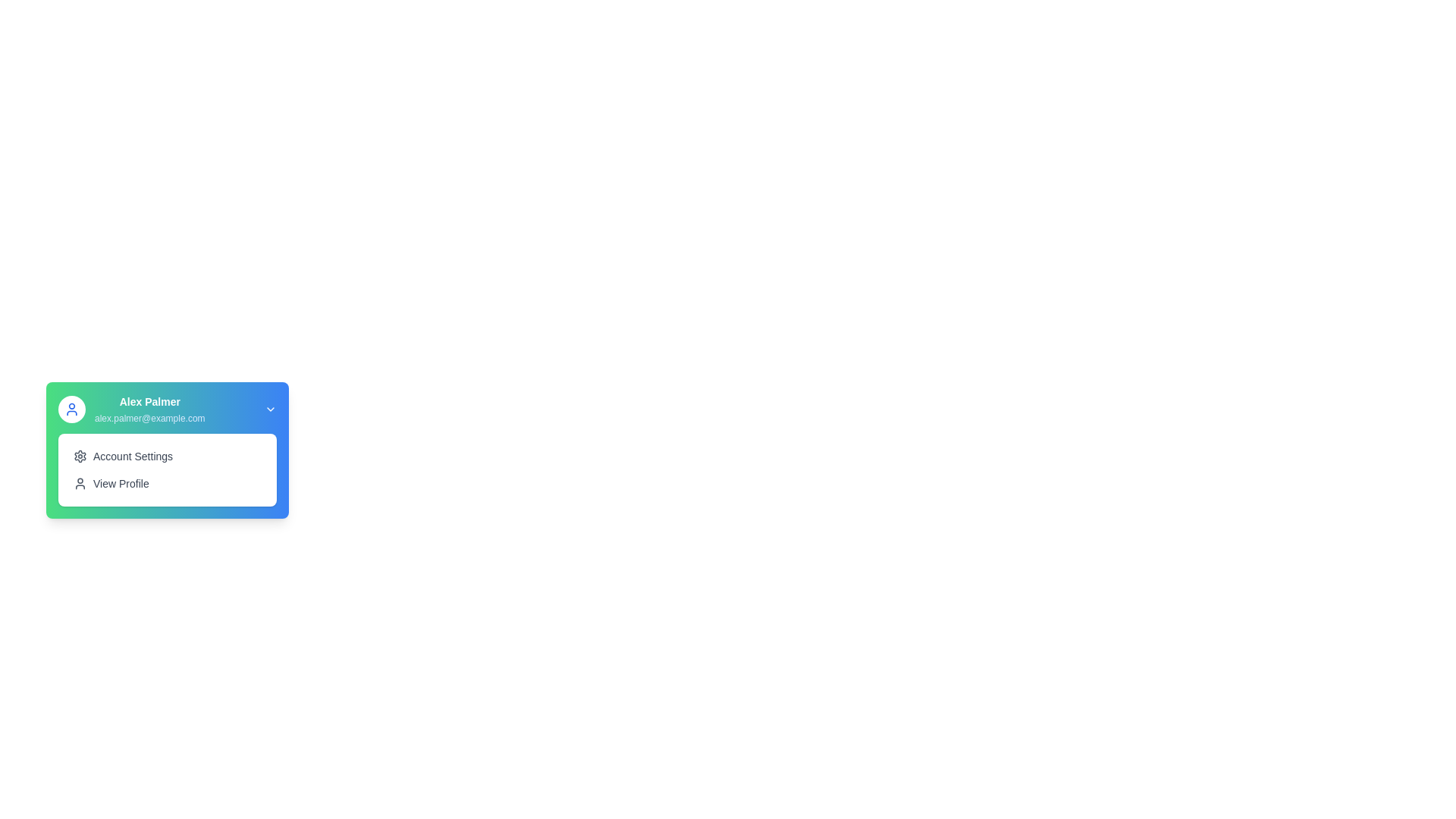  Describe the element at coordinates (149, 400) in the screenshot. I see `the Text label displaying 'Alex Palmer' in bold white text, located at the top of a card-like interface, which features a gradient background from green to blue` at that location.